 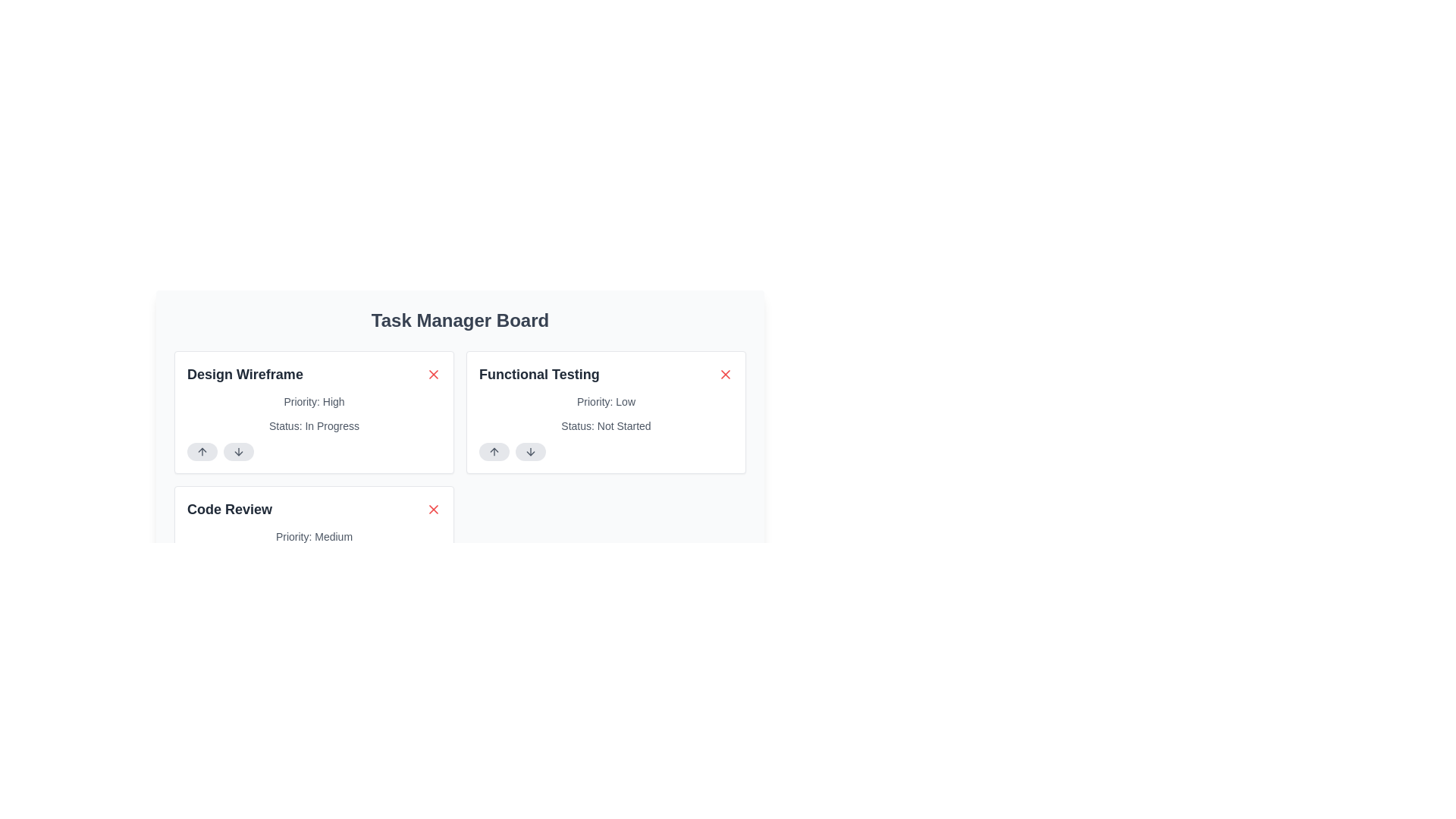 I want to click on the text label that indicates the priority level of the task within the 'Design Wireframe' card, so click(x=313, y=400).